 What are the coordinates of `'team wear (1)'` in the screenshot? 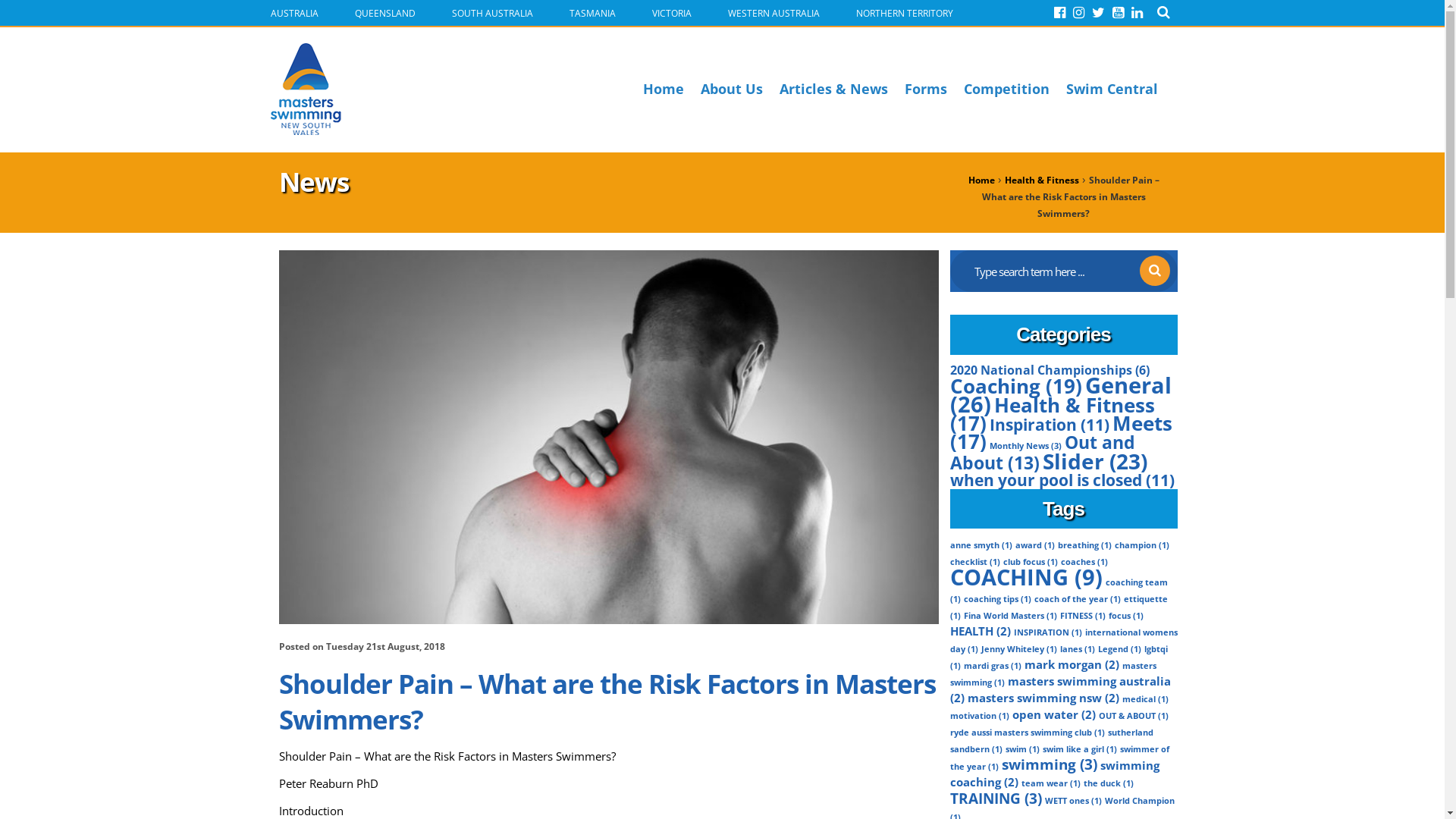 It's located at (1020, 783).